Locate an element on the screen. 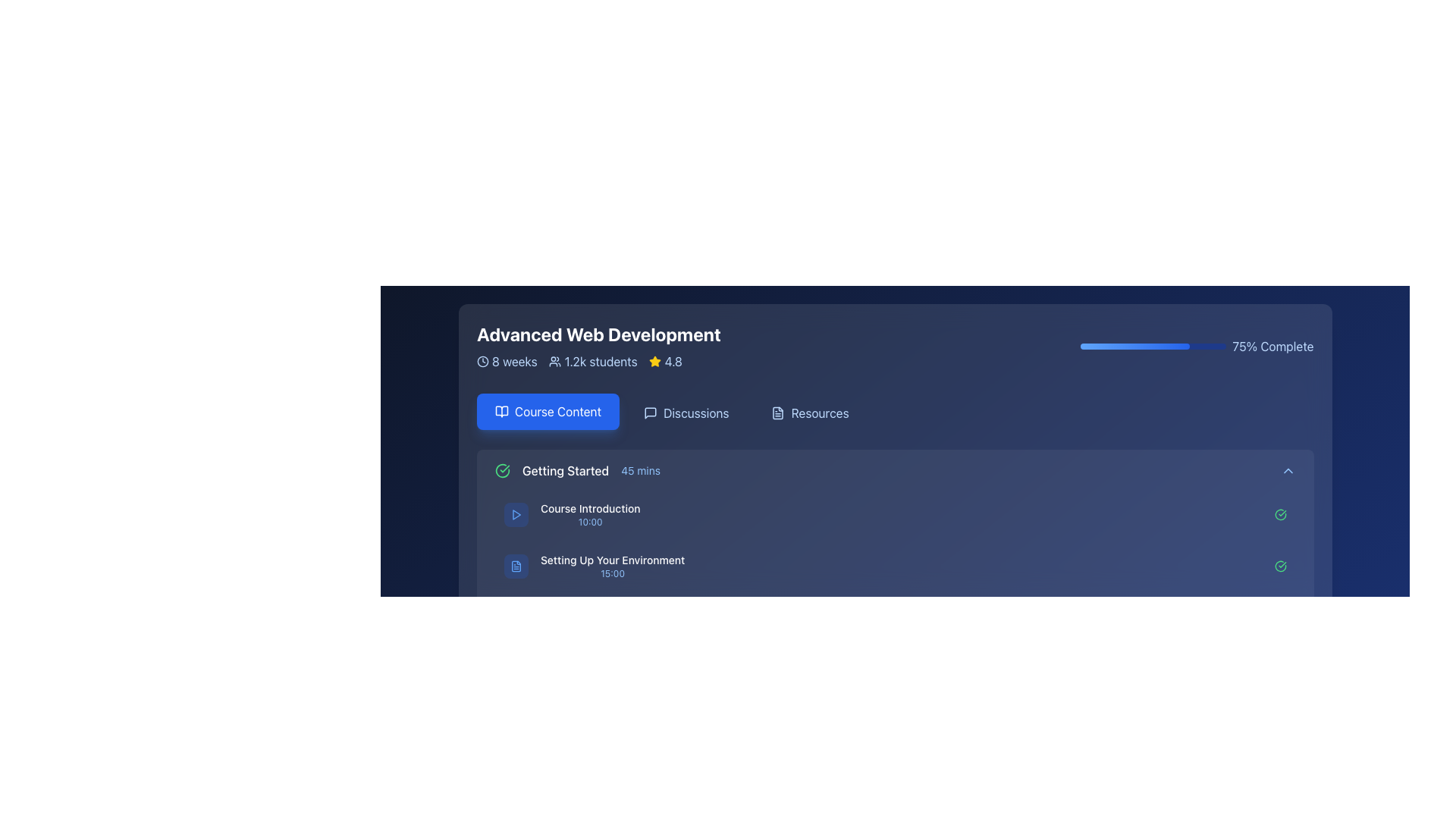 Image resolution: width=1456 pixels, height=819 pixels. the play button with a blue background and a play icon is located at coordinates (516, 513).